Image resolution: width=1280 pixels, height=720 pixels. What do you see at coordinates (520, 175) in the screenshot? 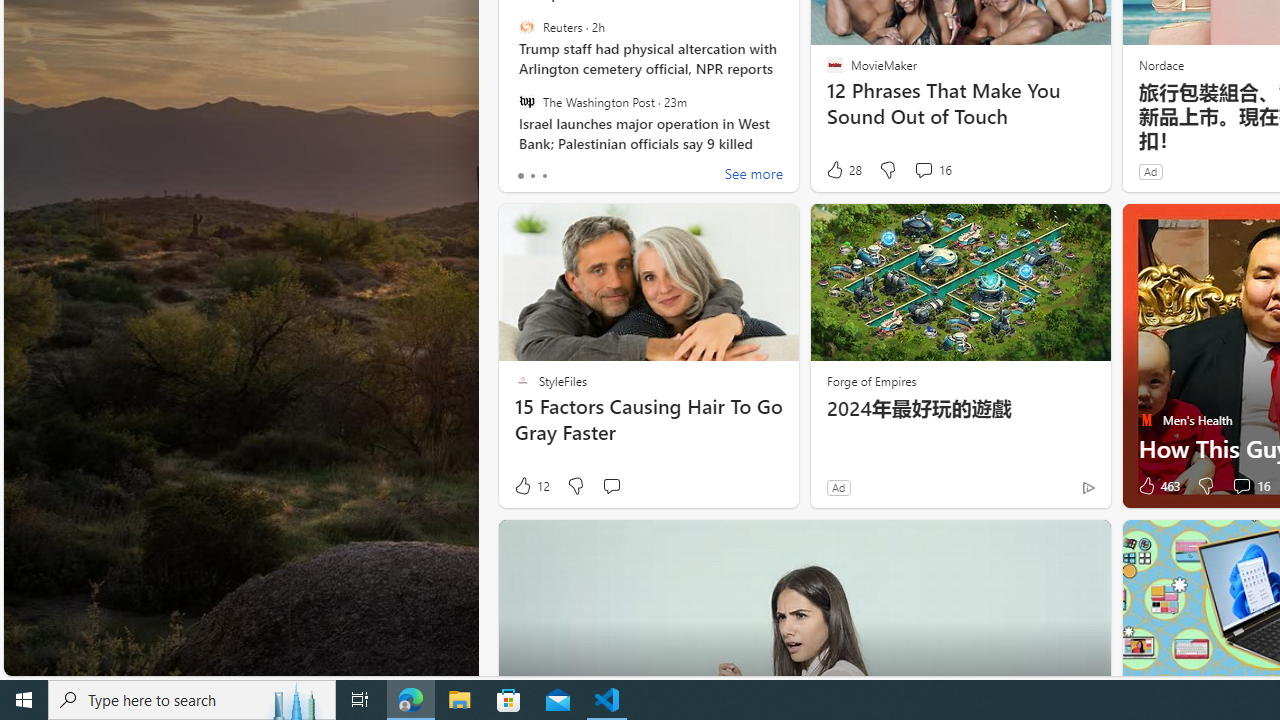
I see `'tab-0'` at bounding box center [520, 175].